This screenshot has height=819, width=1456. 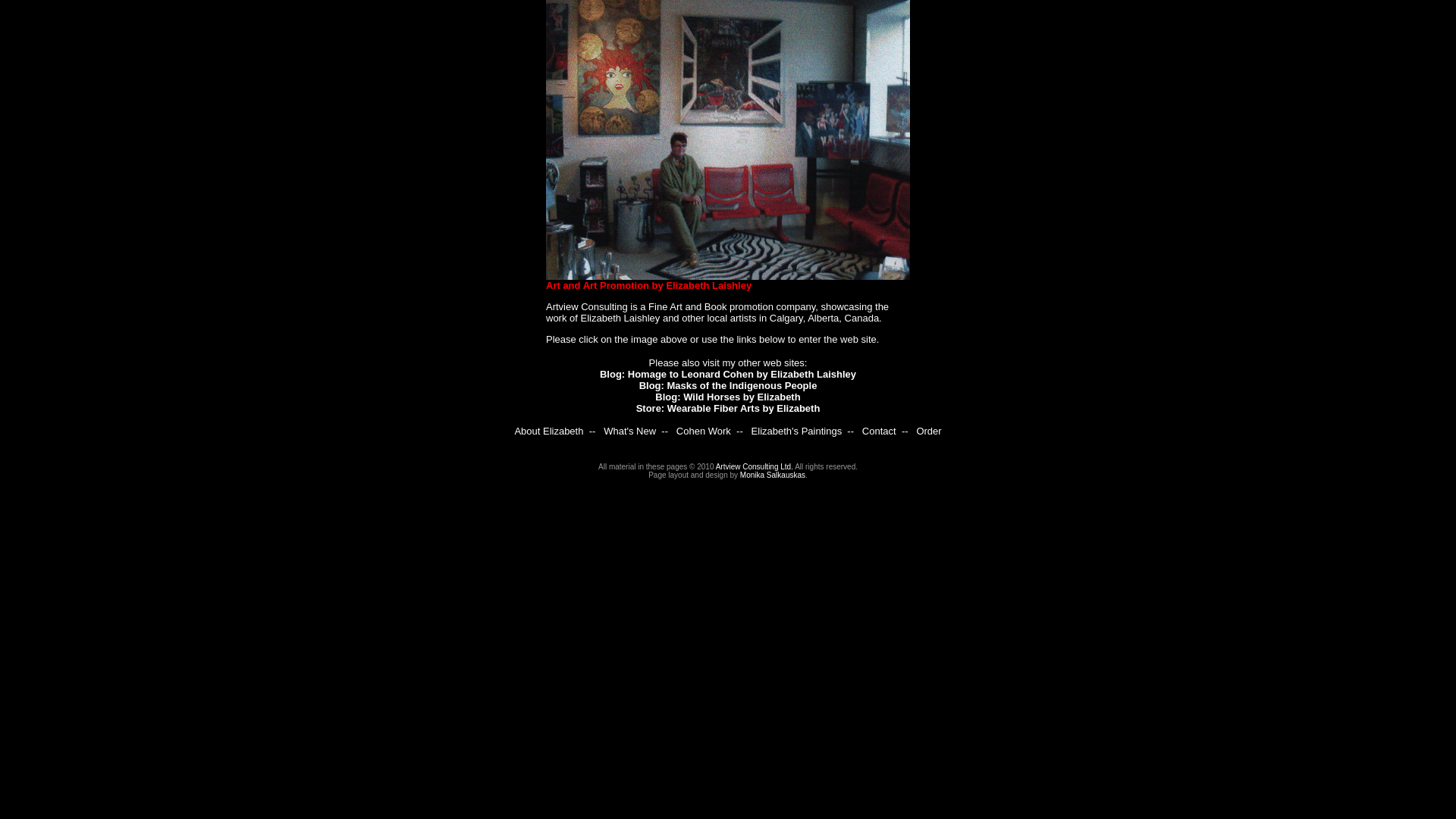 I want to click on 'Cohen Work', so click(x=676, y=431).